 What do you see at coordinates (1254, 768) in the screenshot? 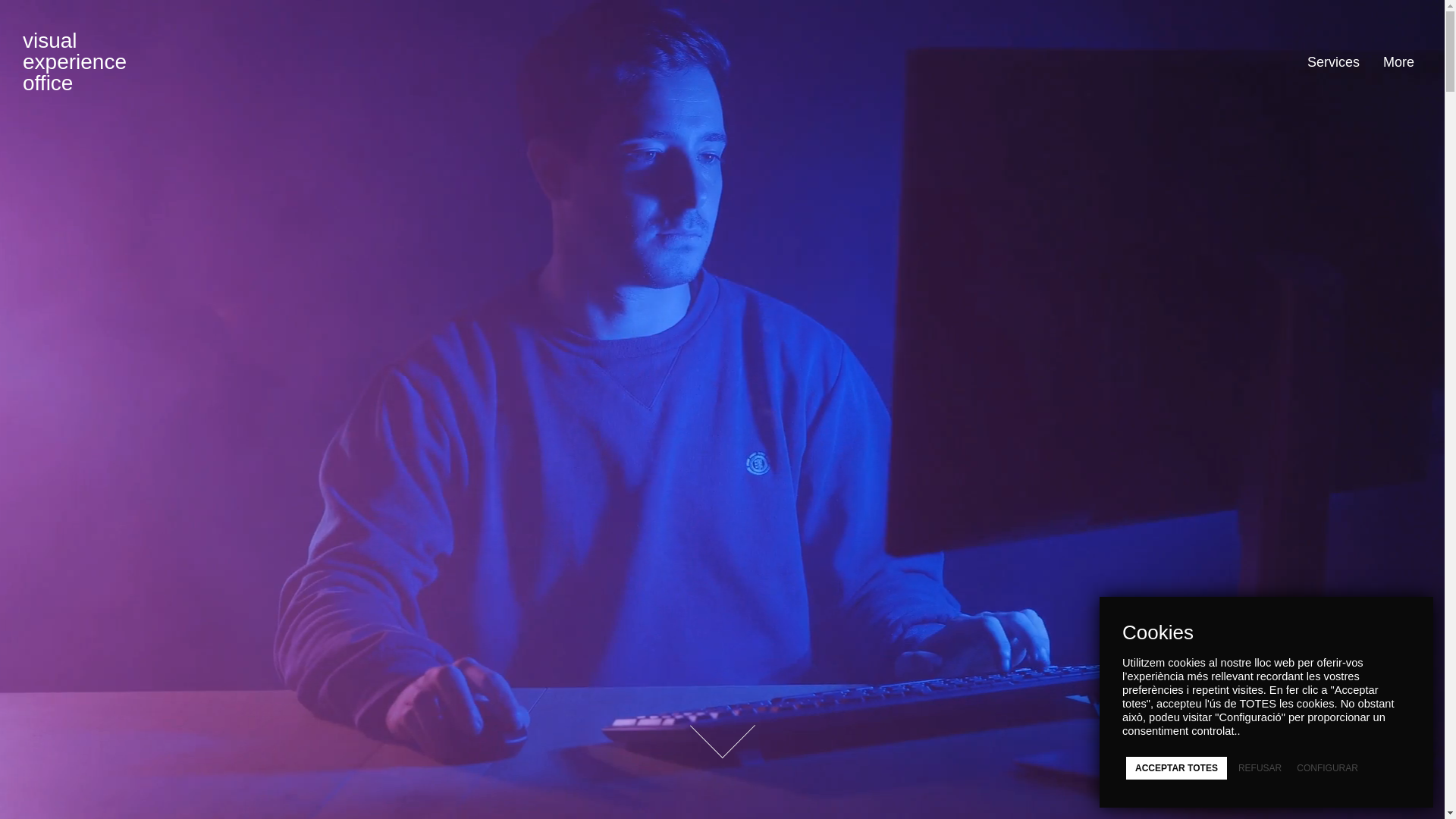
I see `'REFUSAR'` at bounding box center [1254, 768].